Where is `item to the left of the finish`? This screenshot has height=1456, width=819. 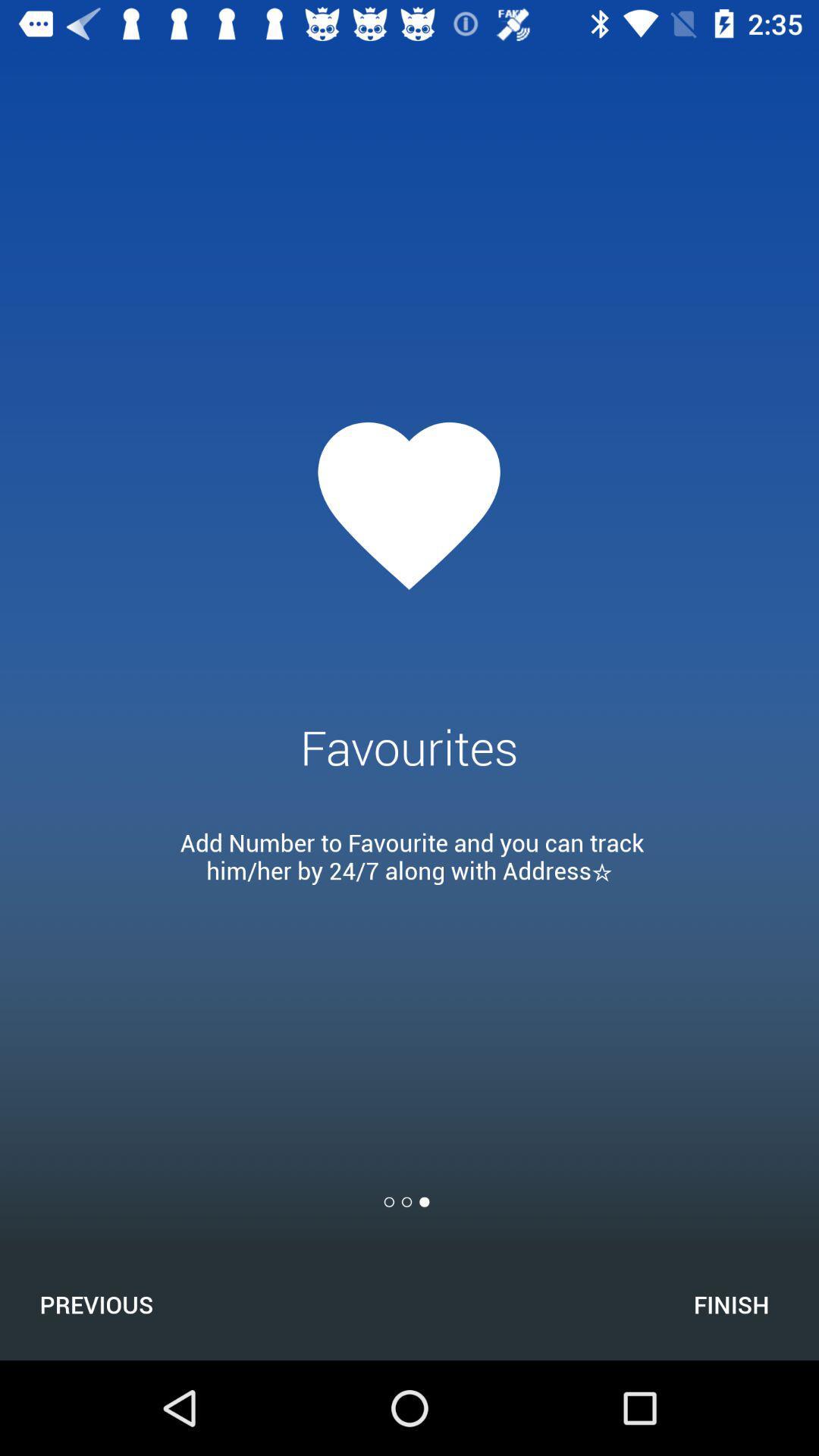
item to the left of the finish is located at coordinates (96, 1304).